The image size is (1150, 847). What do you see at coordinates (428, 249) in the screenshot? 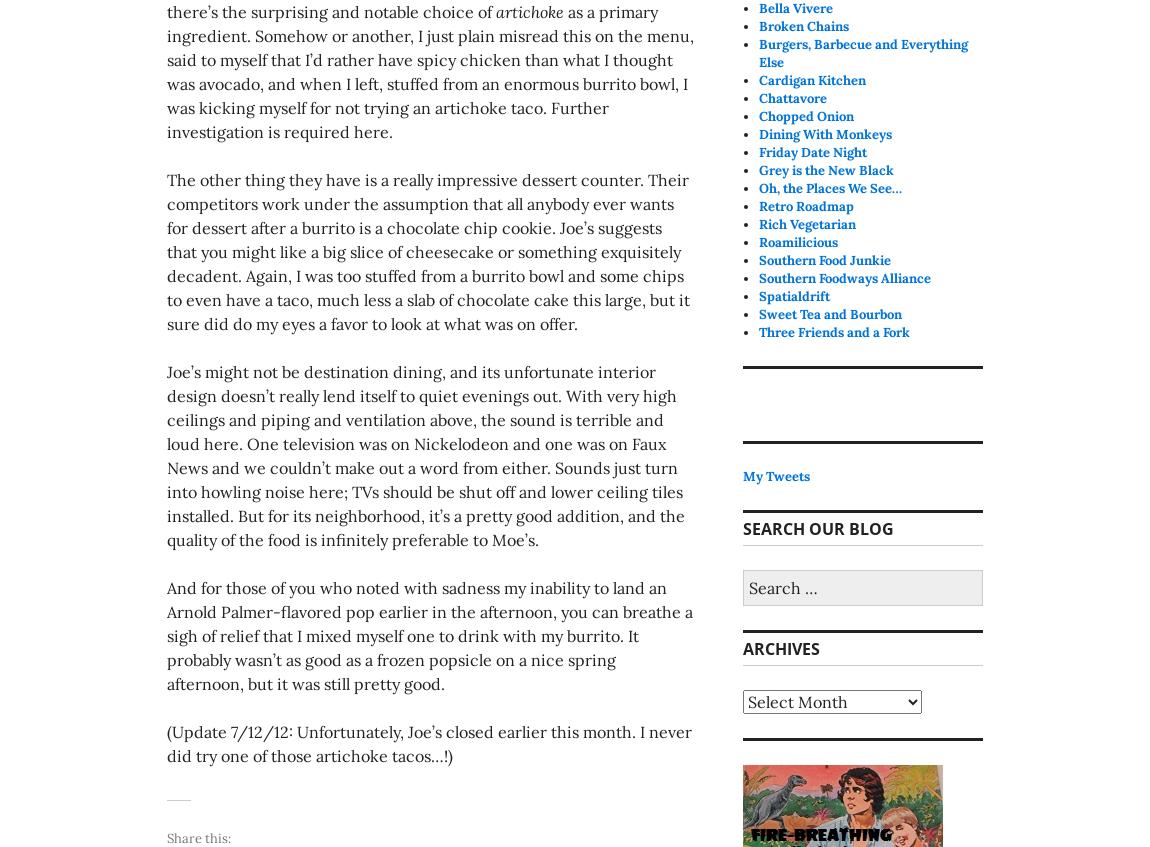
I see `'The other thing they have is a really impressive dessert counter.  Their competitors work under the assumption that all anybody ever wants for dessert after a burrito is a chocolate chip cookie.  Joe’s suggests that you might like a big slice of cheesecake or something exquisitely decadent.  Again, I was too stuffed from a burrito bowl and some chips to even have a taco, much less a slab of chocolate cake this large, but it sure did do my eyes a favor to look at what was on offer.'` at bounding box center [428, 249].